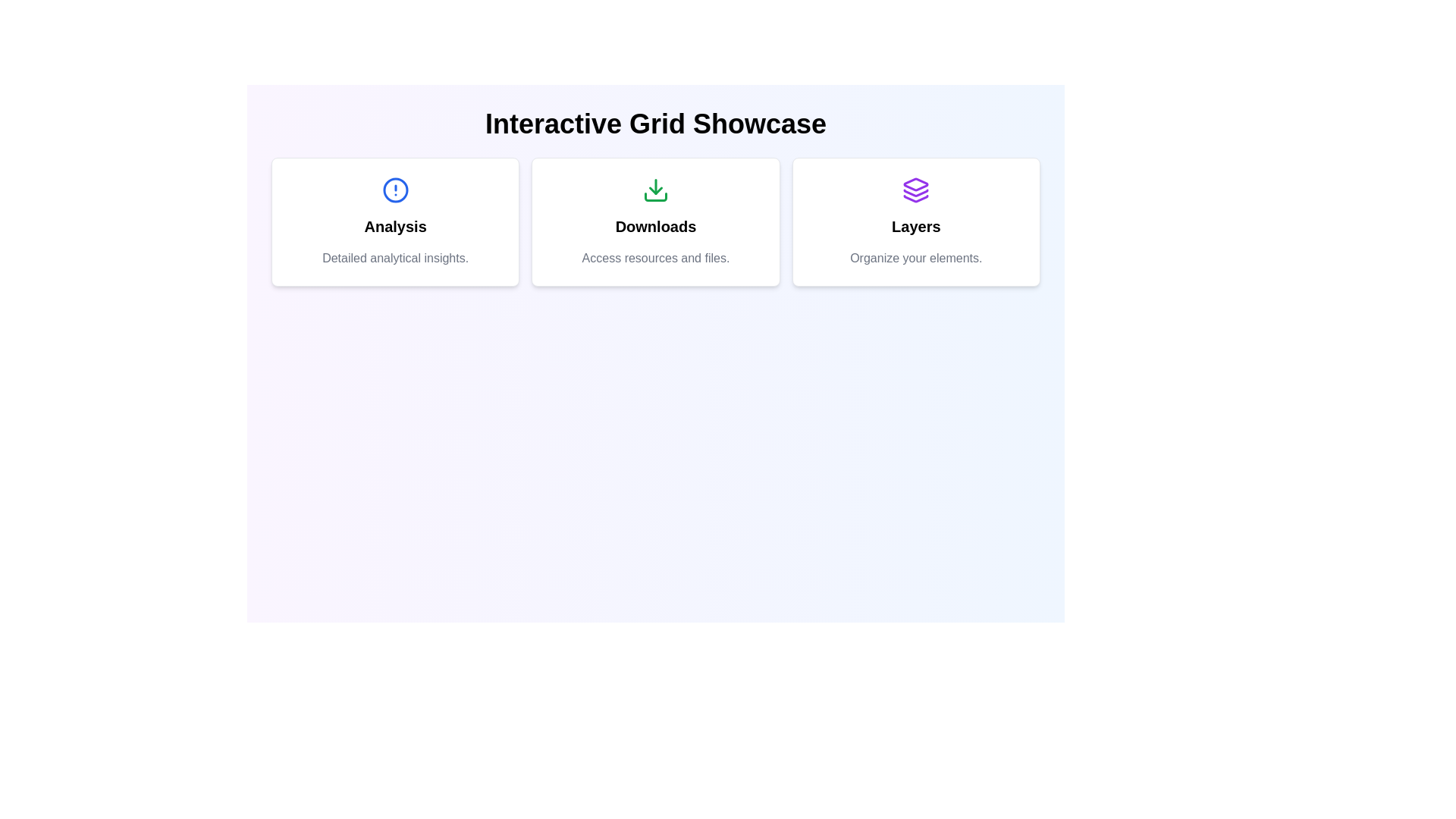  What do you see at coordinates (915, 189) in the screenshot?
I see `the Icon illustrating layered rectangles, which is a purple modern line art symbol for layers, positioned at the top of the 'Layers' card` at bounding box center [915, 189].